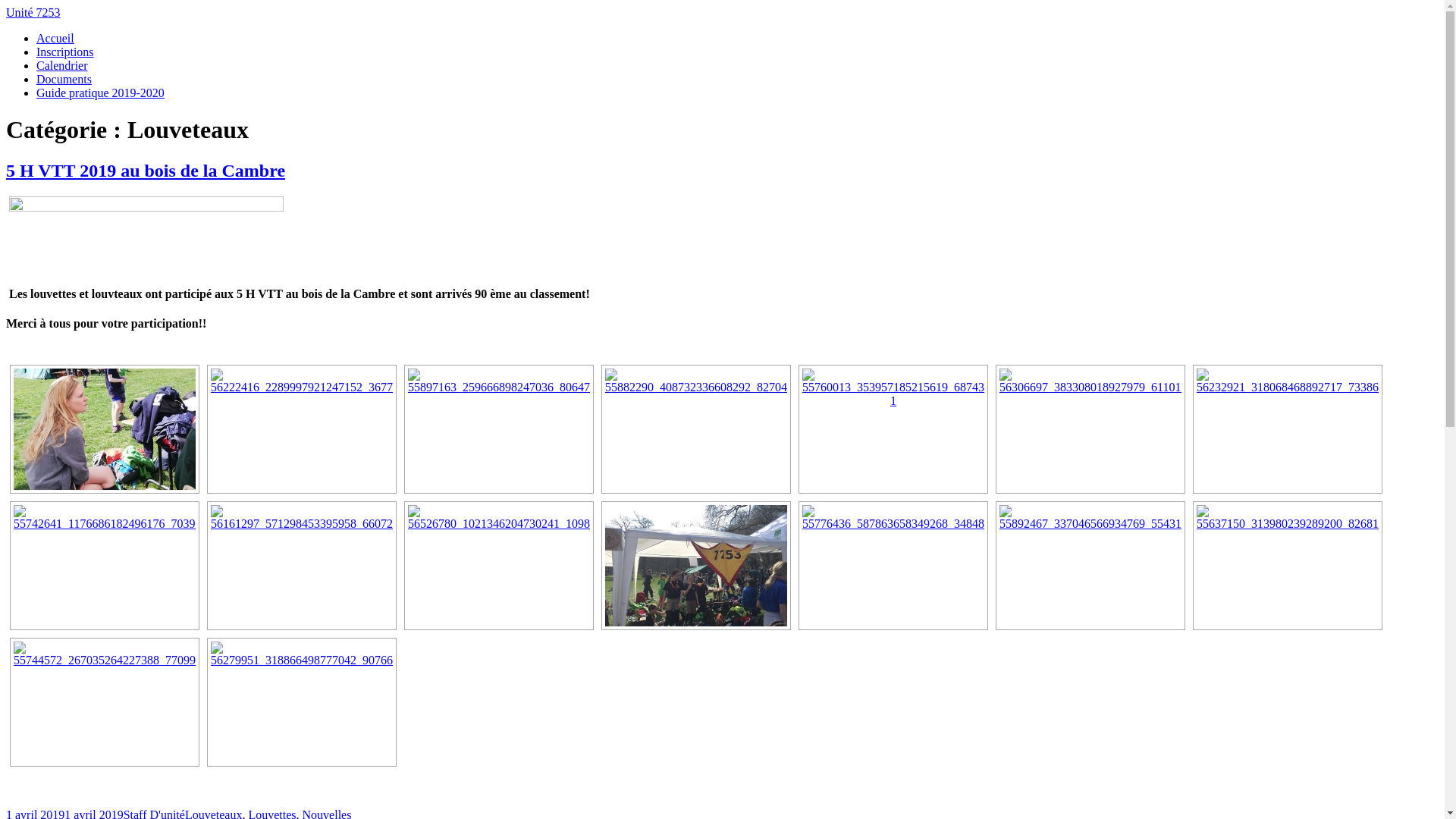 This screenshot has height=819, width=1456. I want to click on 'Inscriptions', so click(64, 51).